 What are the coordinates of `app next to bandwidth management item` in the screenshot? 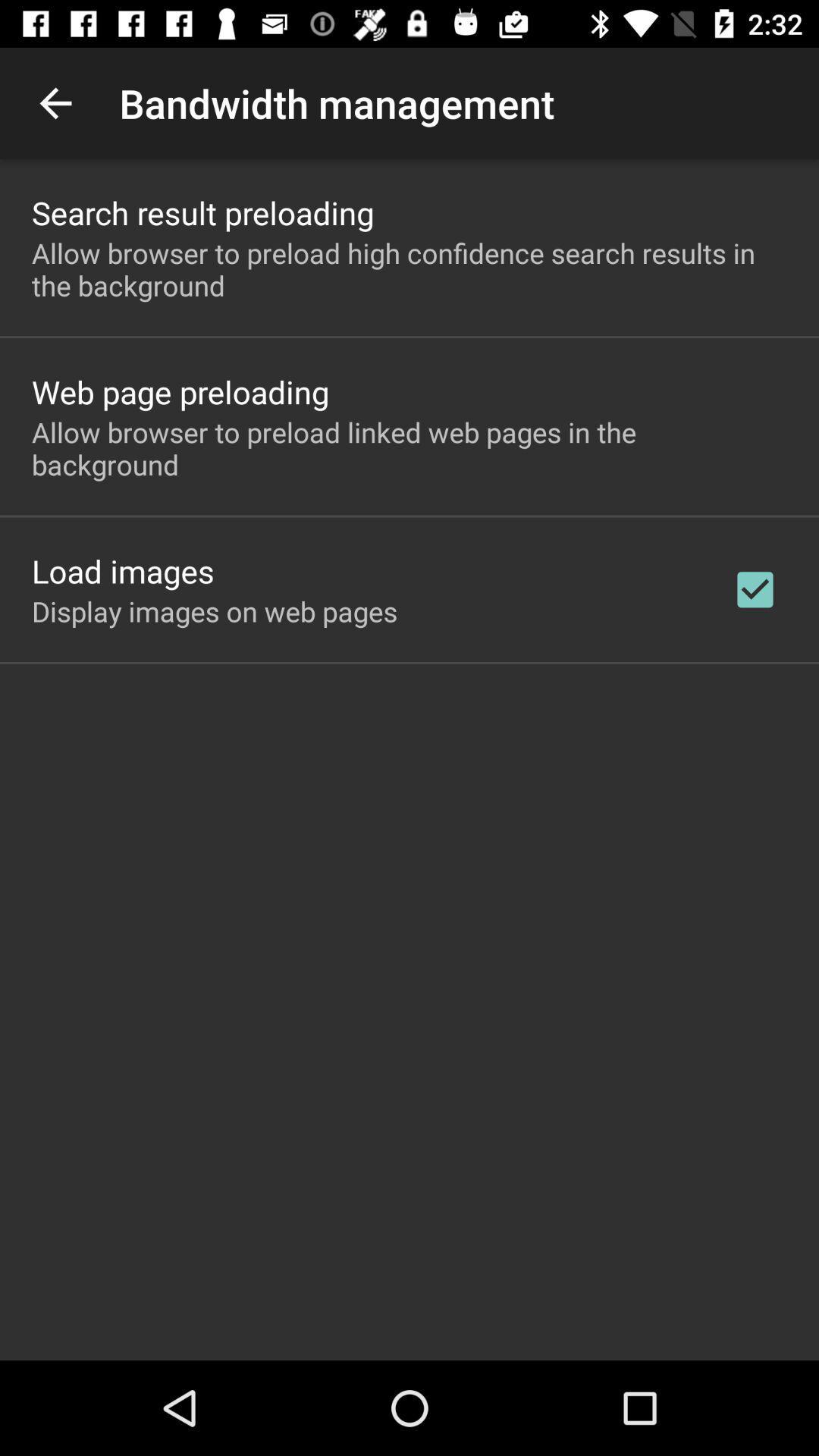 It's located at (55, 102).